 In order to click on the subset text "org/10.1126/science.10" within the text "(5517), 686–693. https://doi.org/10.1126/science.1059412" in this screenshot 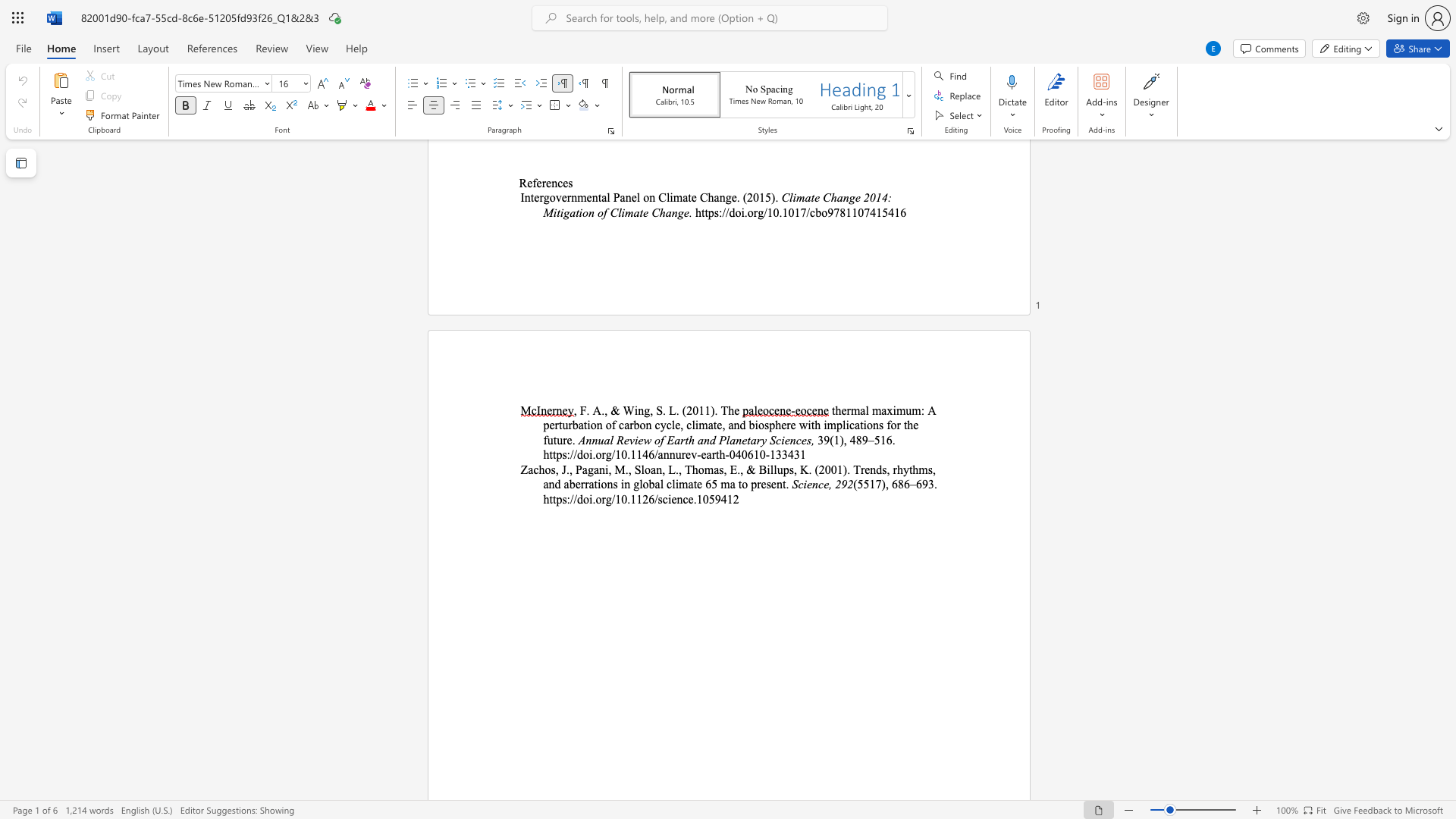, I will do `click(595, 499)`.